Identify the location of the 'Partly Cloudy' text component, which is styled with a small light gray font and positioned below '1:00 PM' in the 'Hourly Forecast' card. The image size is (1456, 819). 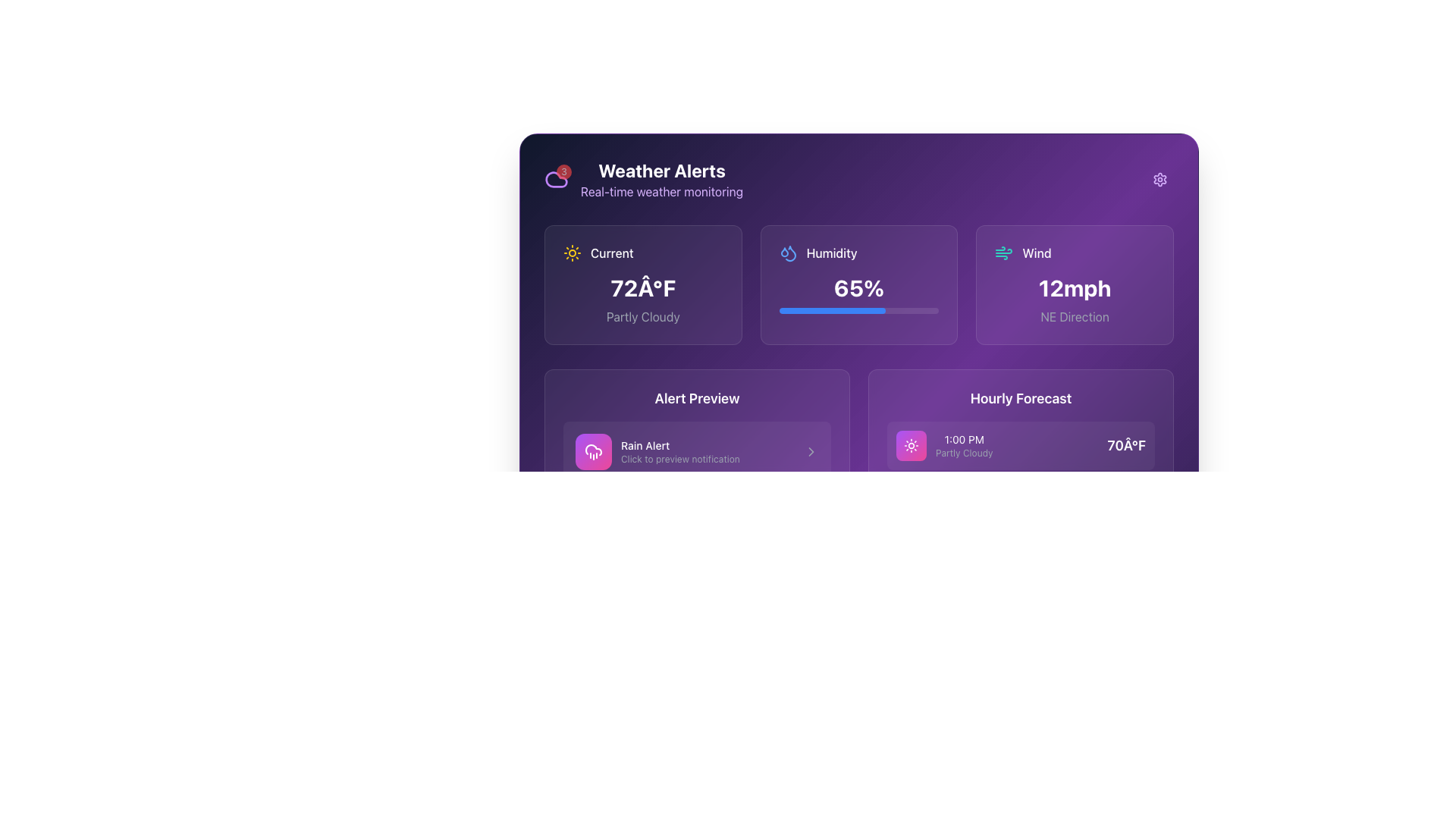
(963, 452).